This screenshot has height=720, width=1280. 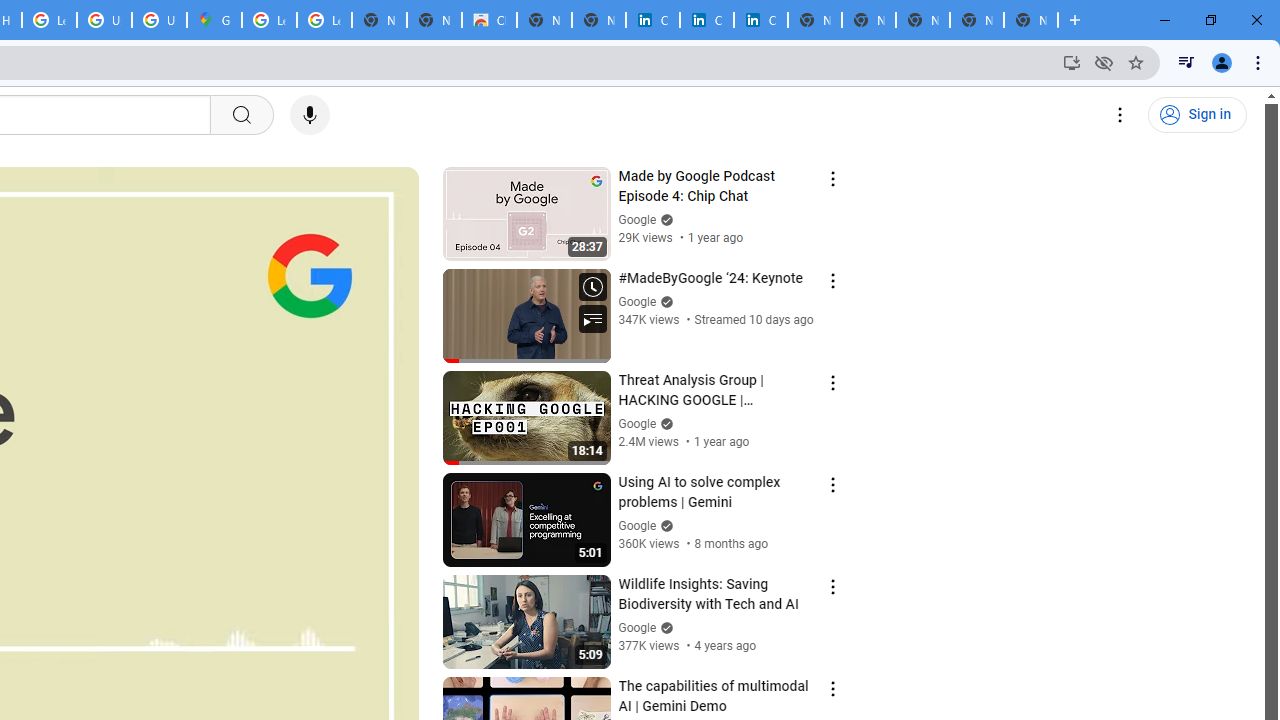 What do you see at coordinates (1031, 20) in the screenshot?
I see `'New Tab'` at bounding box center [1031, 20].